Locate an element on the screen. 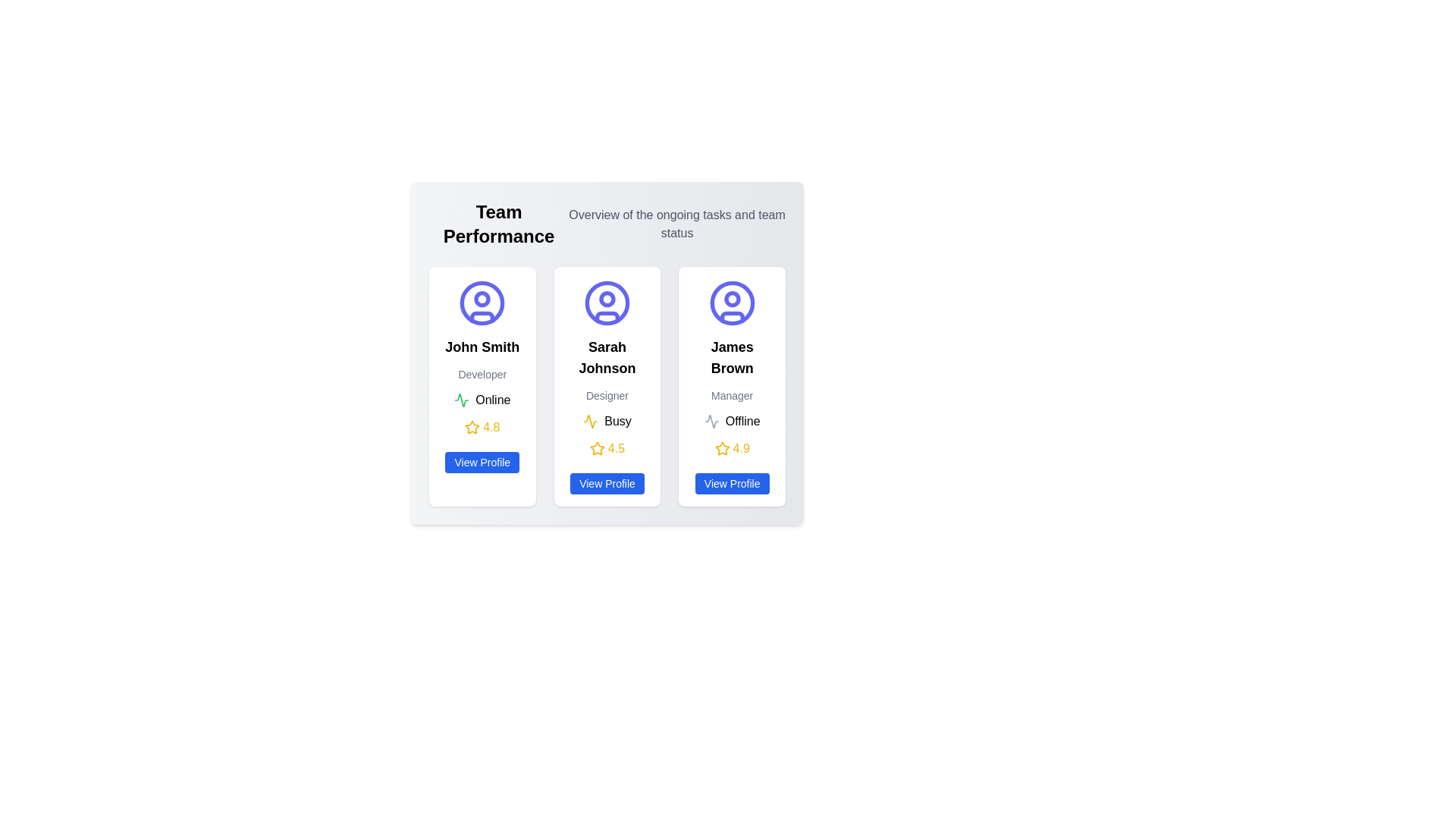 This screenshot has height=819, width=1456. the text label providing descriptive information next to the 'Team Performance' heading is located at coordinates (676, 224).